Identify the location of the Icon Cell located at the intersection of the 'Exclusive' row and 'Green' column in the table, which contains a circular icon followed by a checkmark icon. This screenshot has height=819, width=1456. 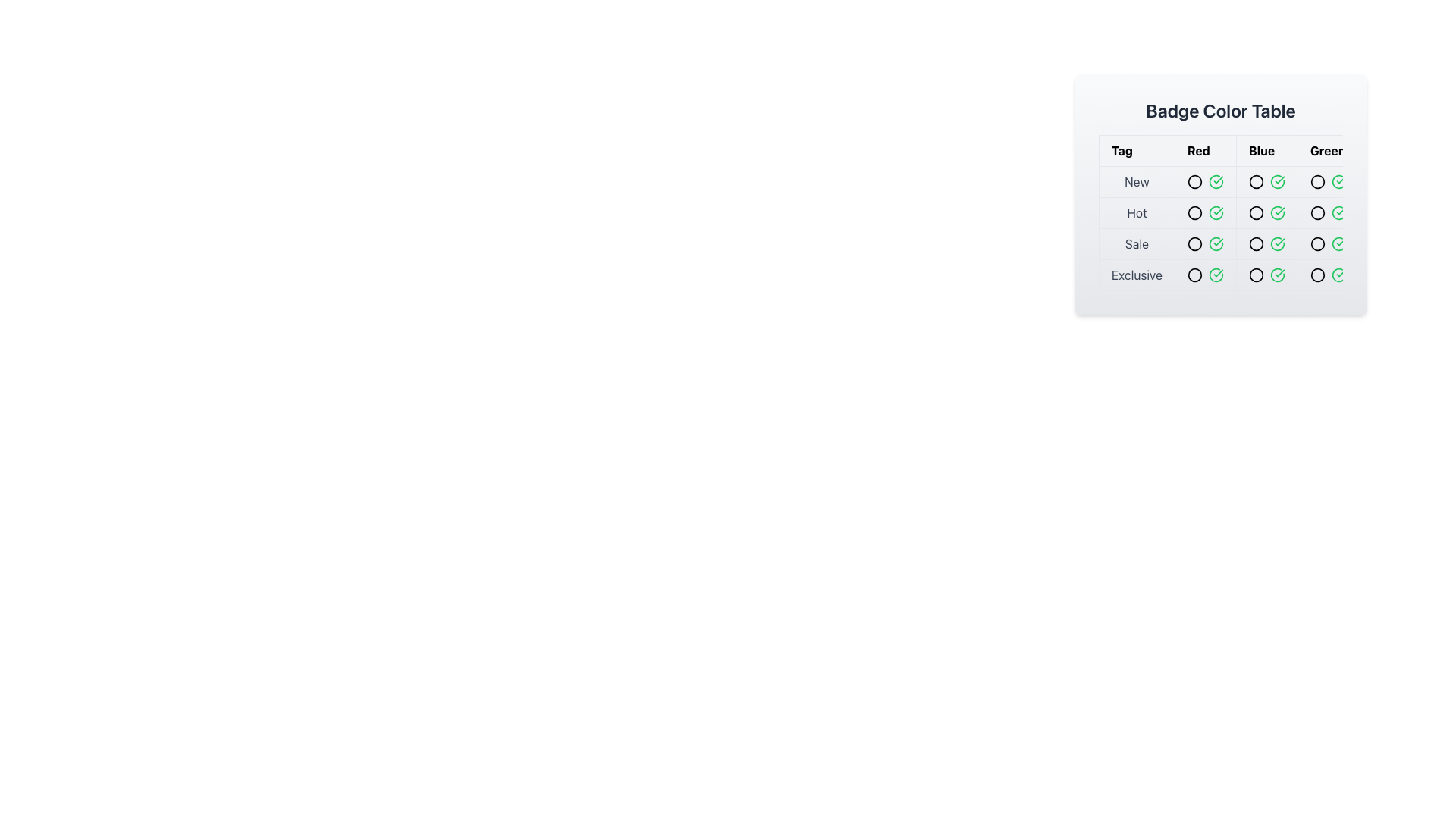
(1327, 275).